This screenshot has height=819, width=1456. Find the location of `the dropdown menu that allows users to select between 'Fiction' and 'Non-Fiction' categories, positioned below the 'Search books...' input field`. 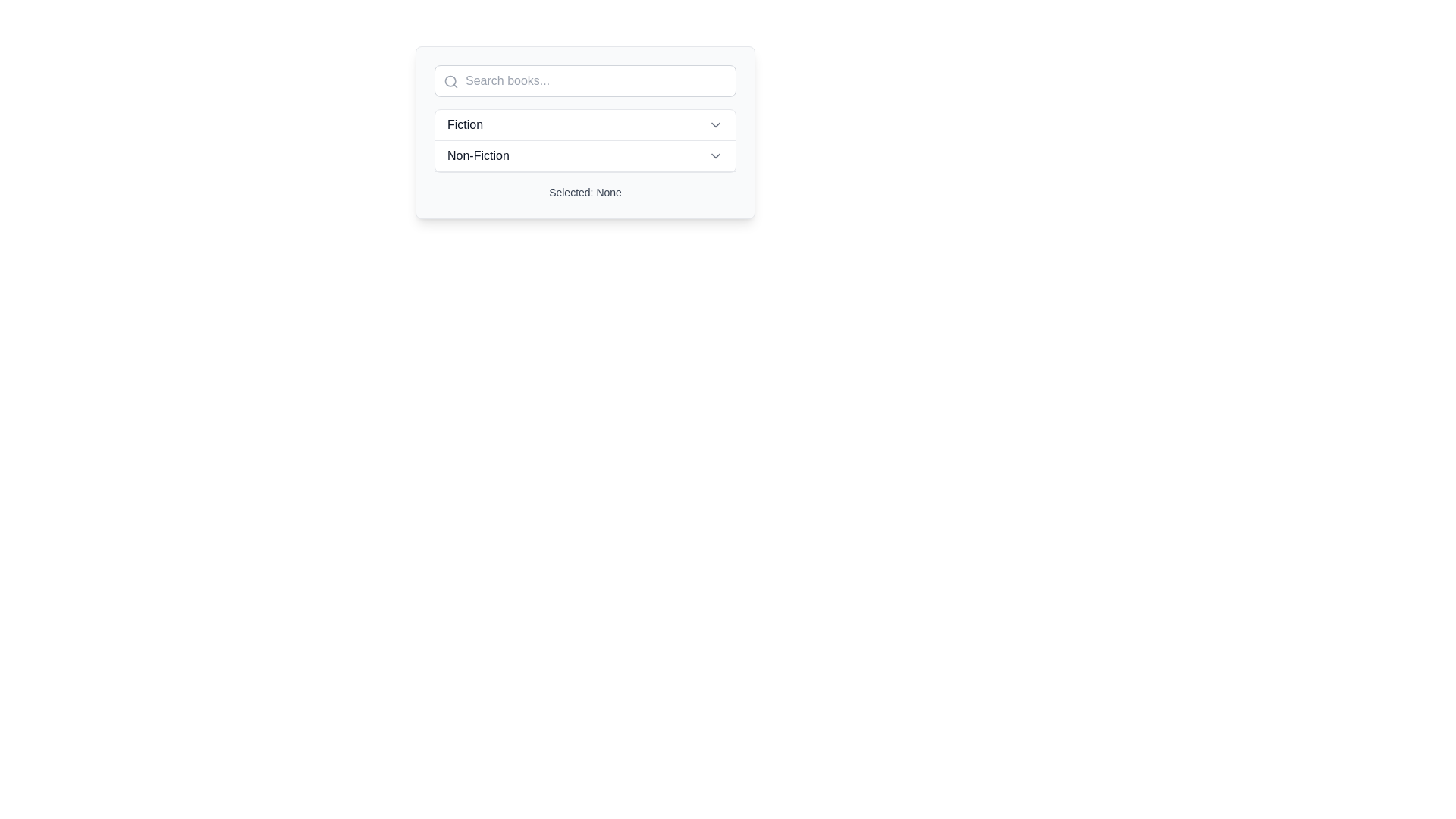

the dropdown menu that allows users to select between 'Fiction' and 'Non-Fiction' categories, positioned below the 'Search books...' input field is located at coordinates (585, 140).